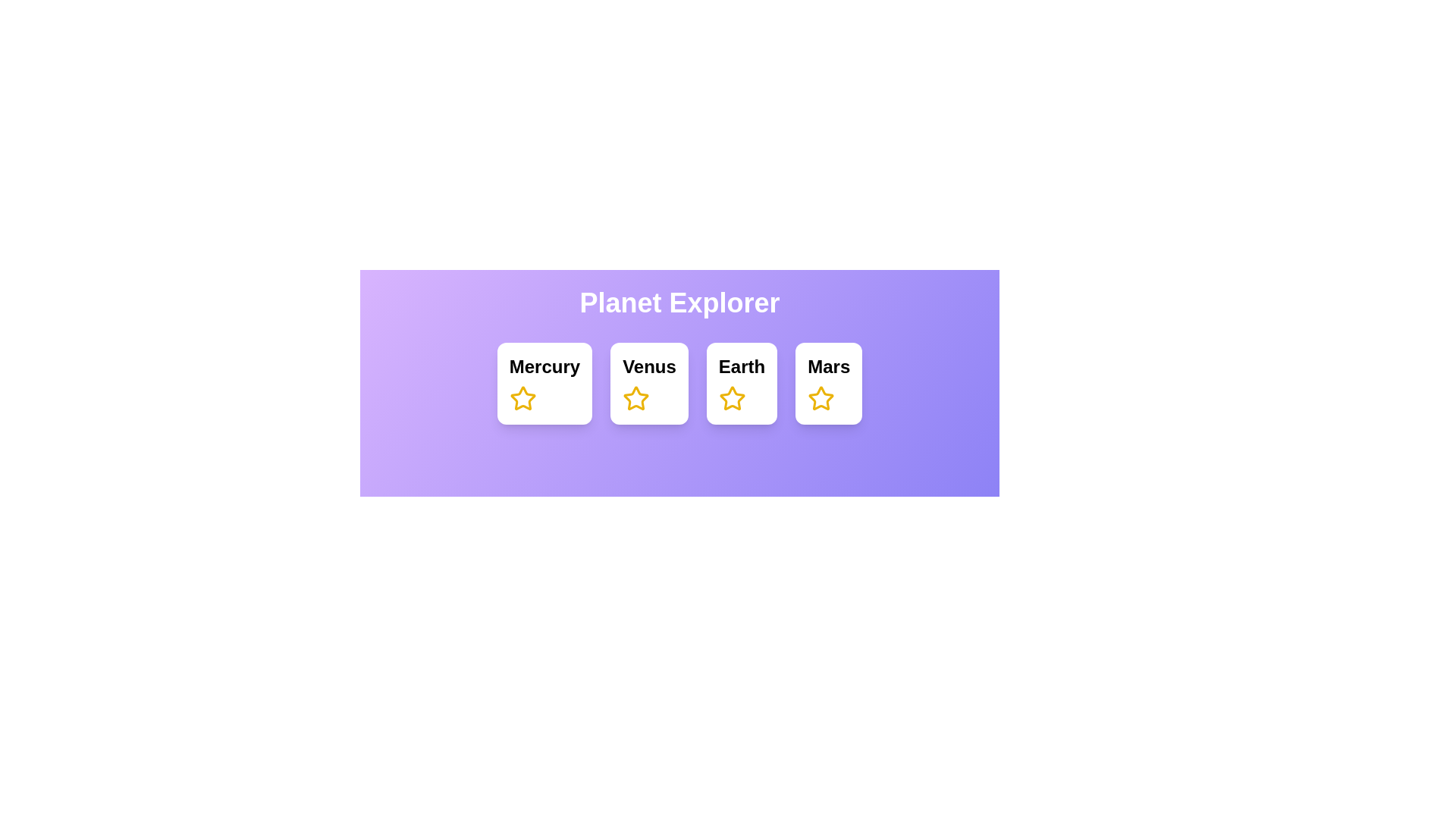  I want to click on the yellow star icon with a hollow center located at the bottom of the 'Venus' card to rate or mark it as a favorite, so click(636, 397).